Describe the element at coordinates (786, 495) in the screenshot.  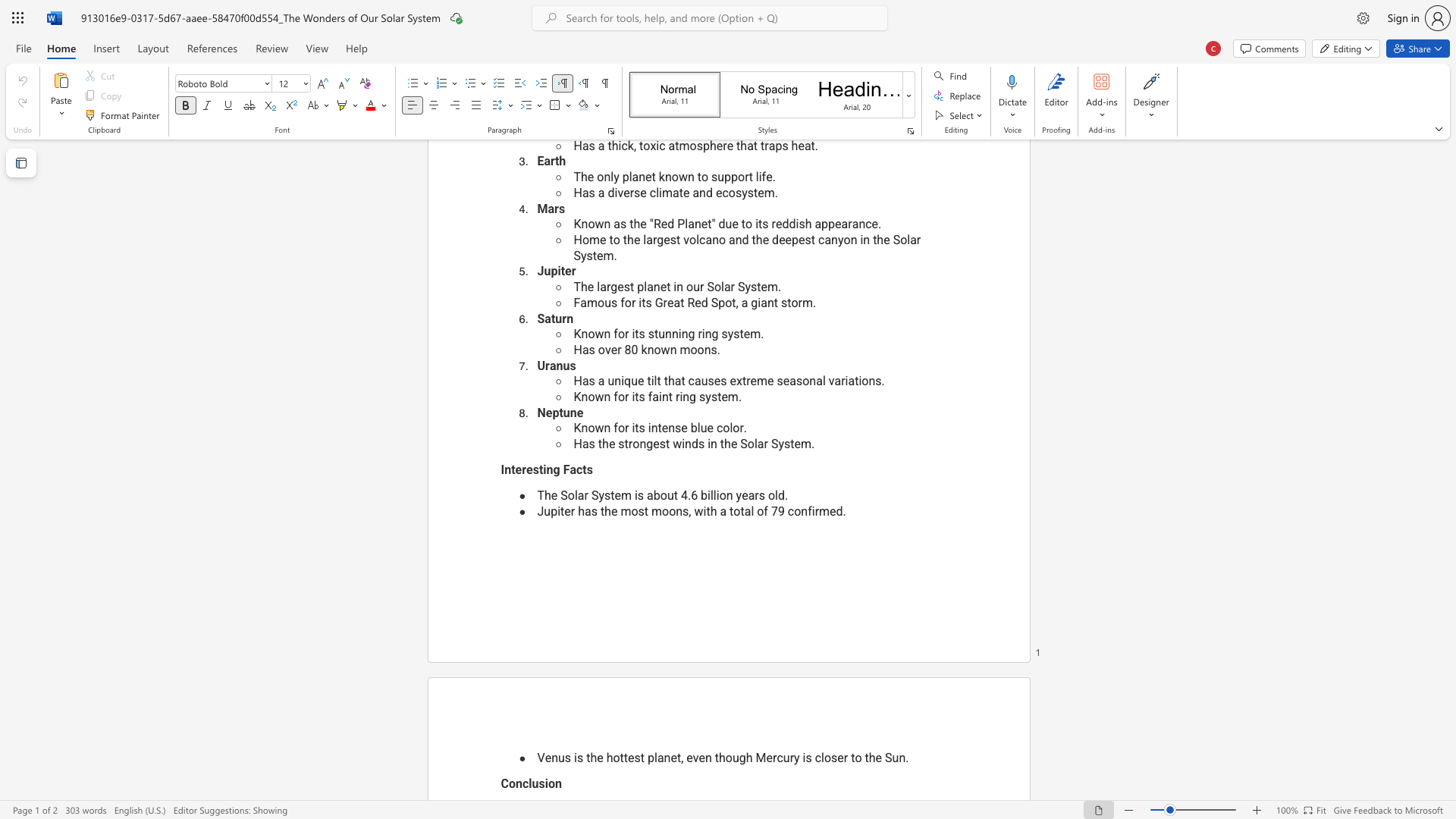
I see `the 2th character "." in the text` at that location.